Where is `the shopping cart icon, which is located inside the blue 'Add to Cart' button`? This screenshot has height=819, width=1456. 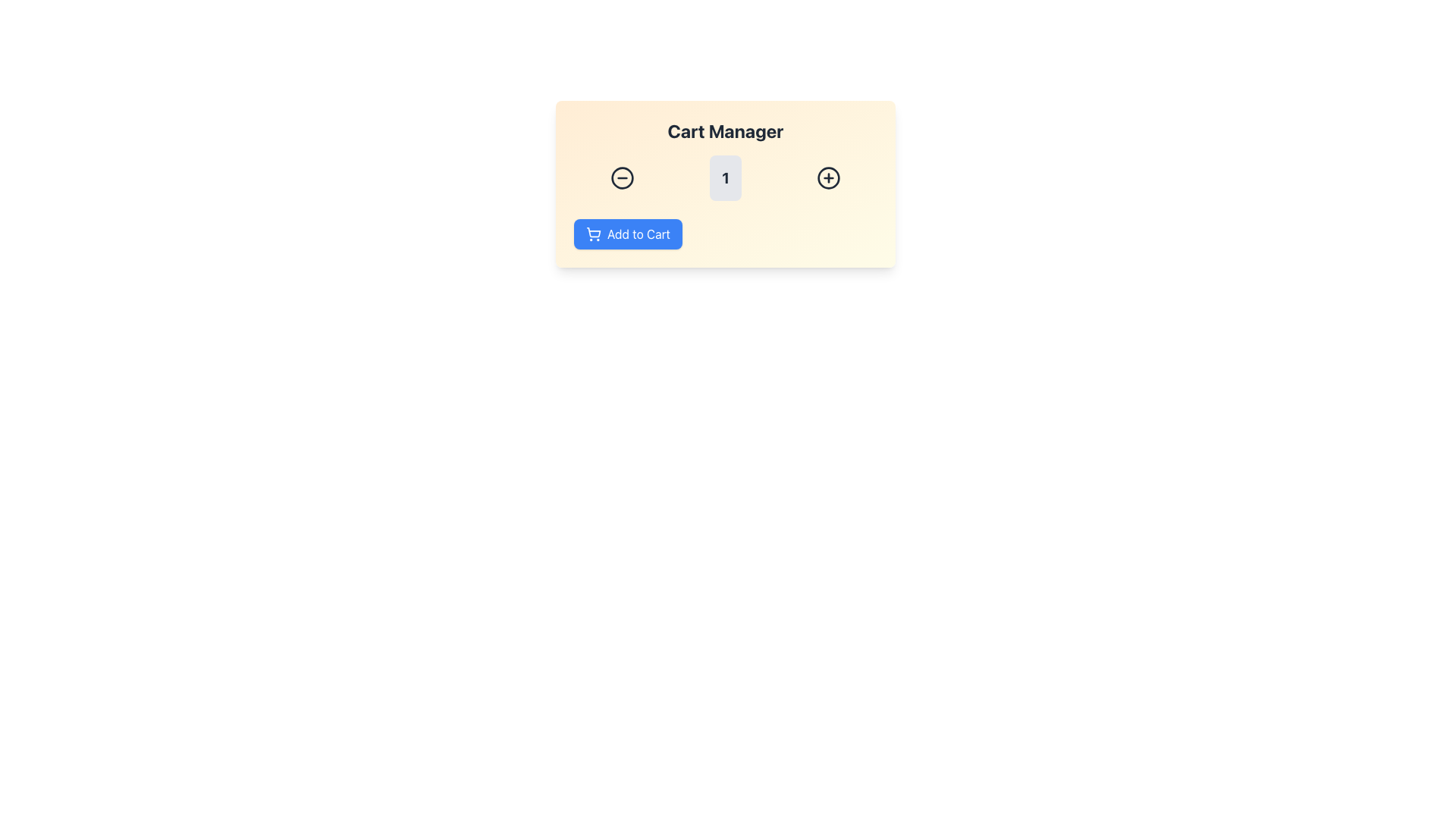
the shopping cart icon, which is located inside the blue 'Add to Cart' button is located at coordinates (592, 234).